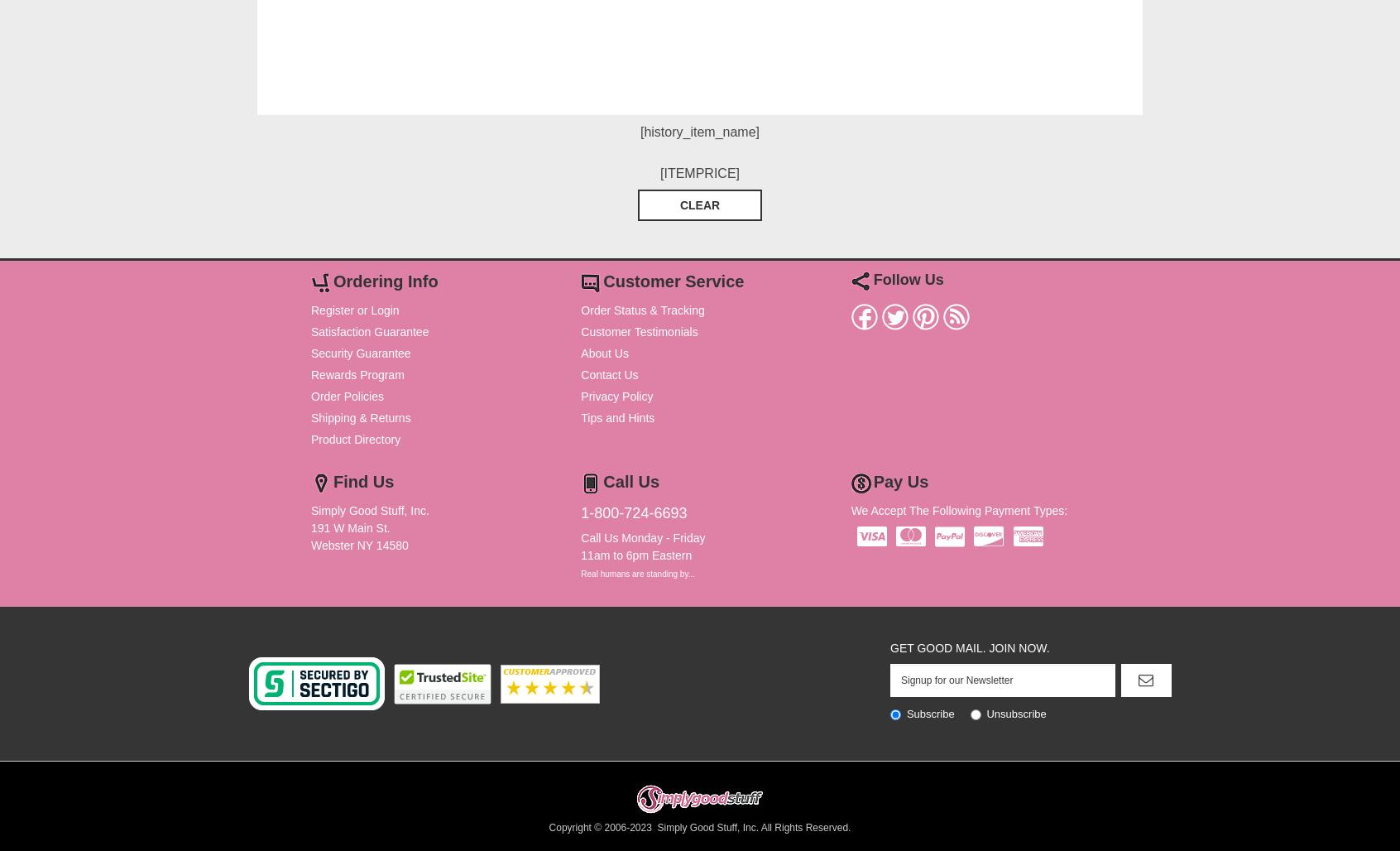  What do you see at coordinates (360, 416) in the screenshot?
I see `'Shipping & Returns'` at bounding box center [360, 416].